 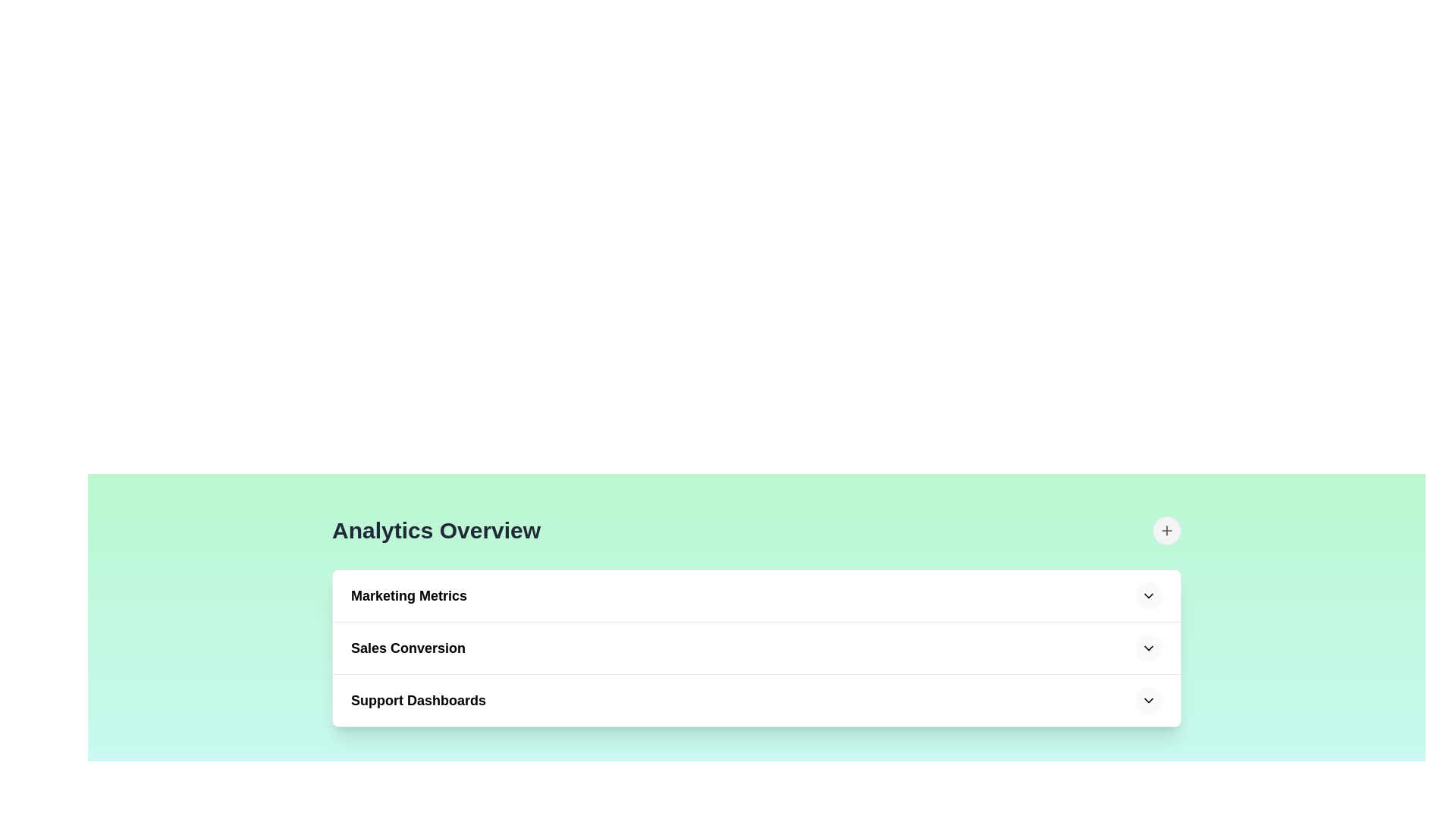 What do you see at coordinates (1149, 701) in the screenshot?
I see `the downward-pointing chevron icon in the 'Support Dashboards' section` at bounding box center [1149, 701].